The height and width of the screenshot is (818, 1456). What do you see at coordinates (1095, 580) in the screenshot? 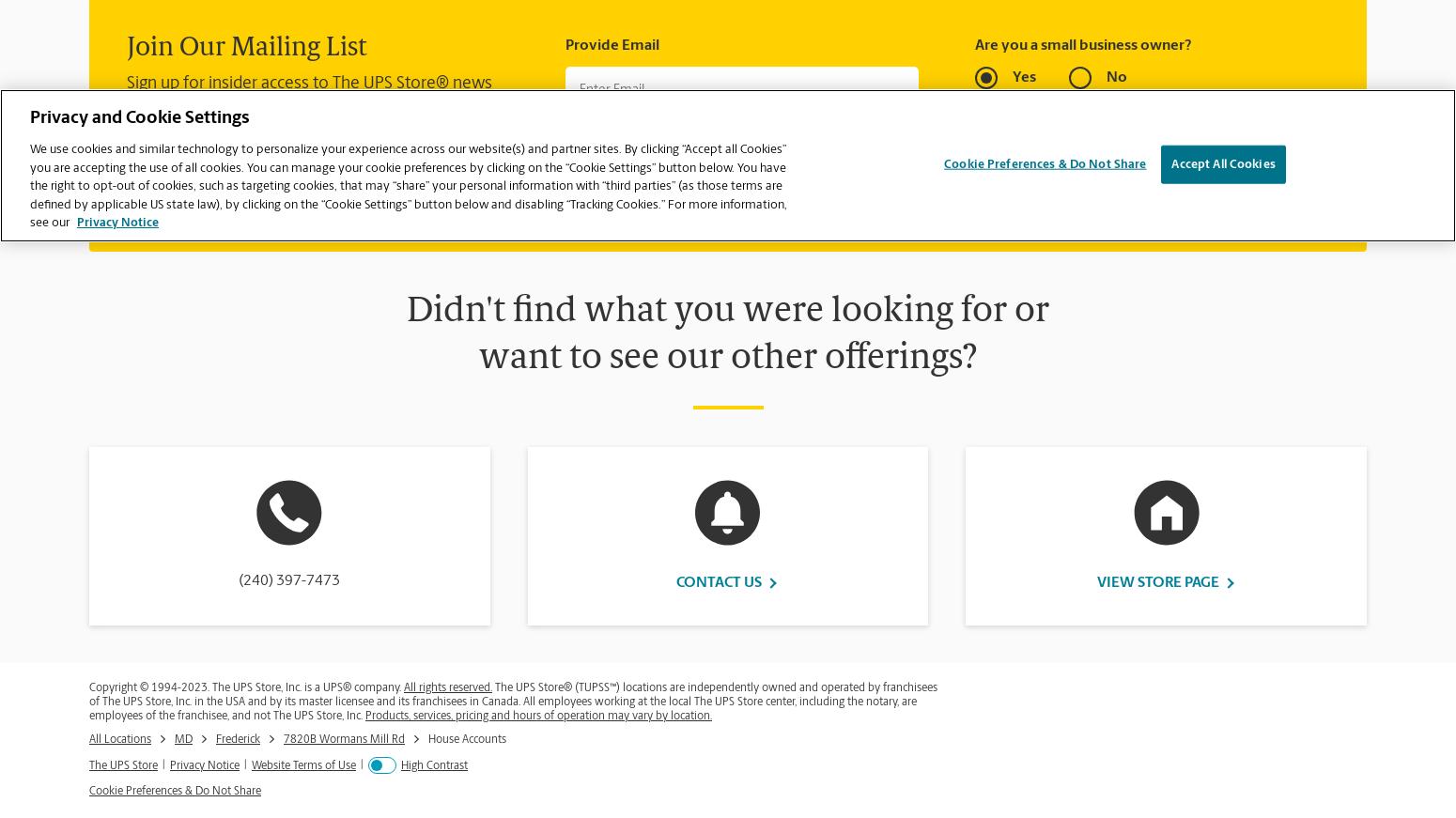
I see `'View Store Page'` at bounding box center [1095, 580].